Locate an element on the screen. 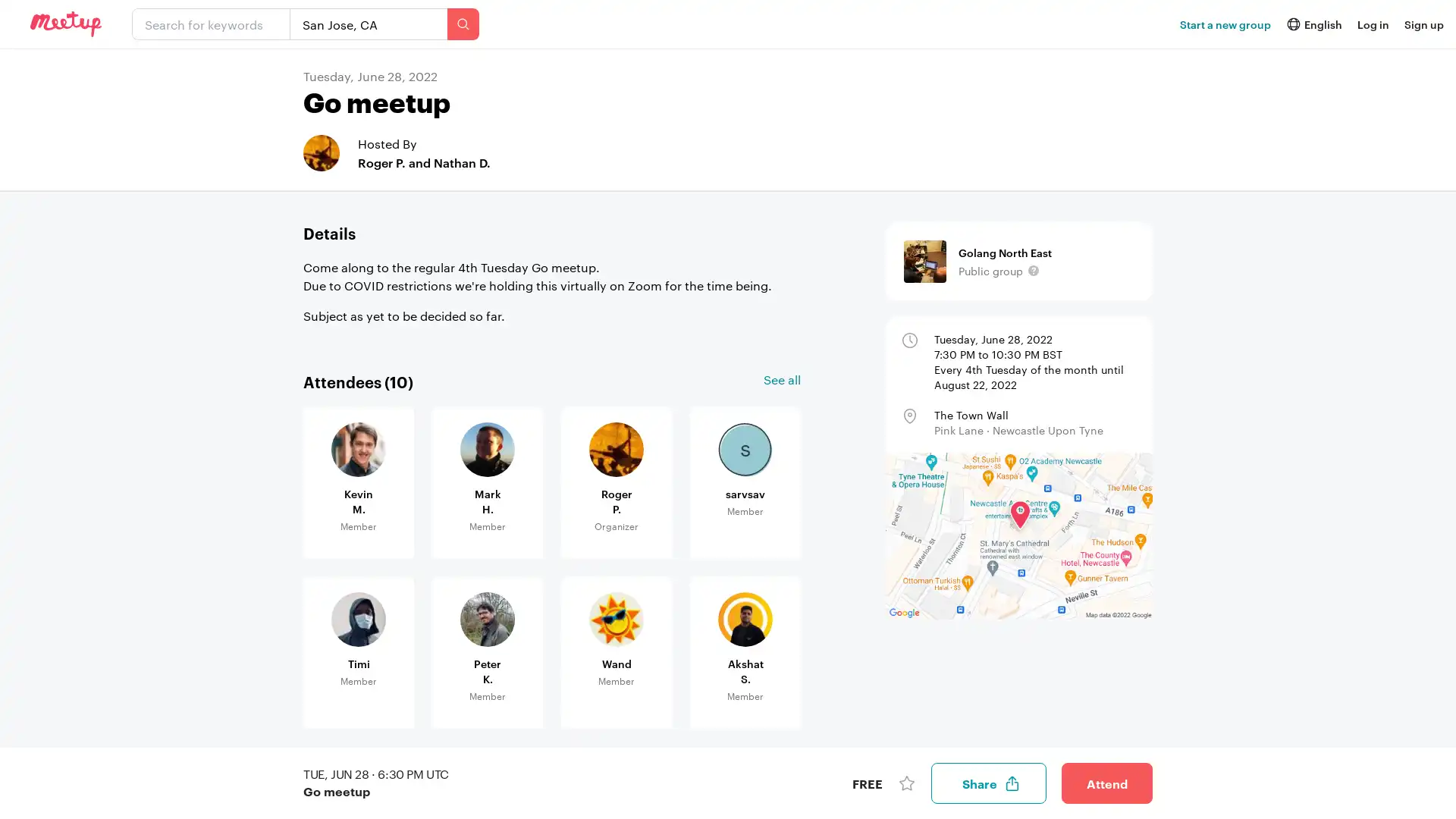 The height and width of the screenshot is (819, 1456). This groups content, including its members and event details, are visible to the public. is located at coordinates (1033, 270).